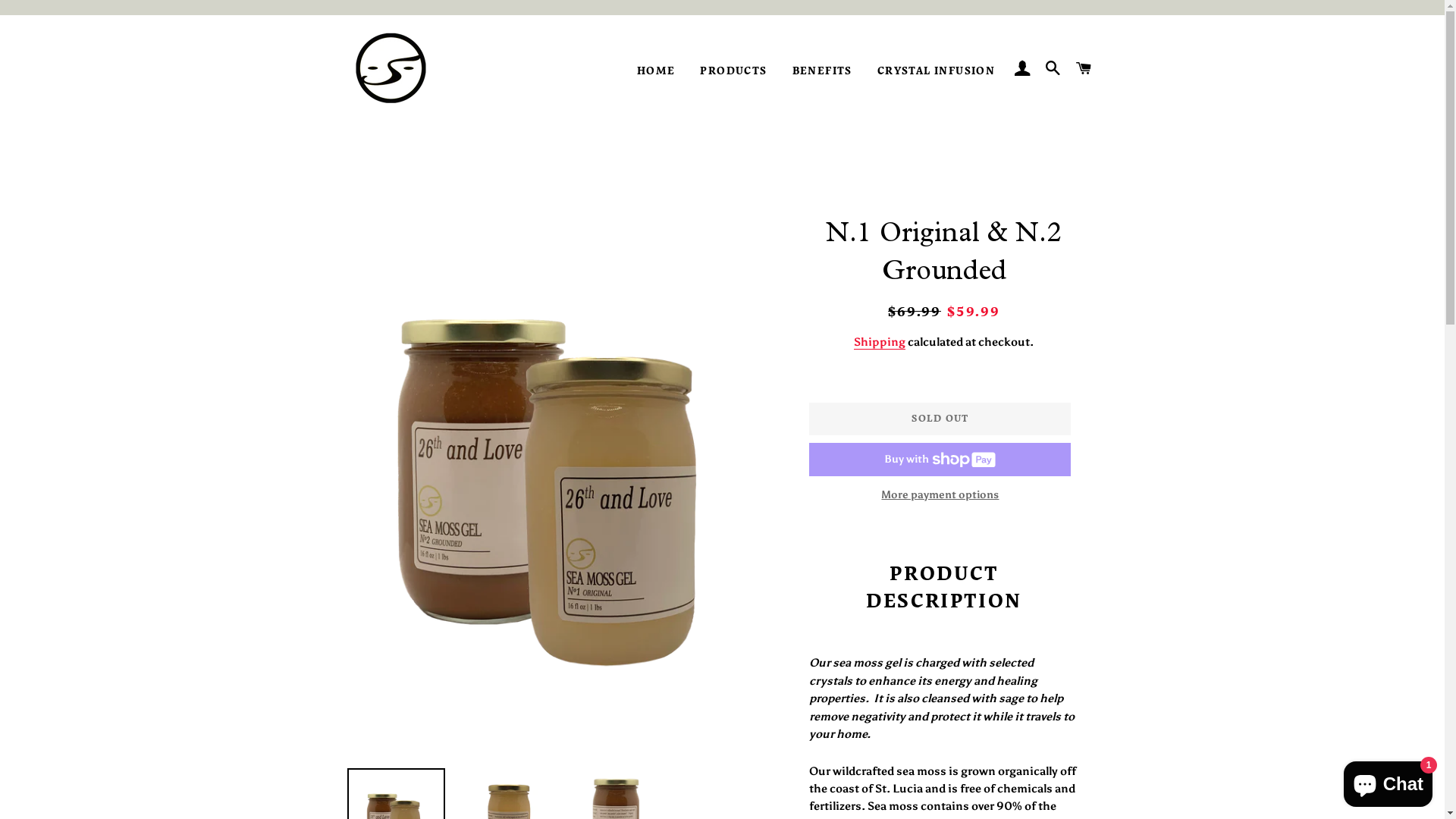 This screenshot has width=1456, height=819. What do you see at coordinates (1053, 70) in the screenshot?
I see `'SEARCH'` at bounding box center [1053, 70].